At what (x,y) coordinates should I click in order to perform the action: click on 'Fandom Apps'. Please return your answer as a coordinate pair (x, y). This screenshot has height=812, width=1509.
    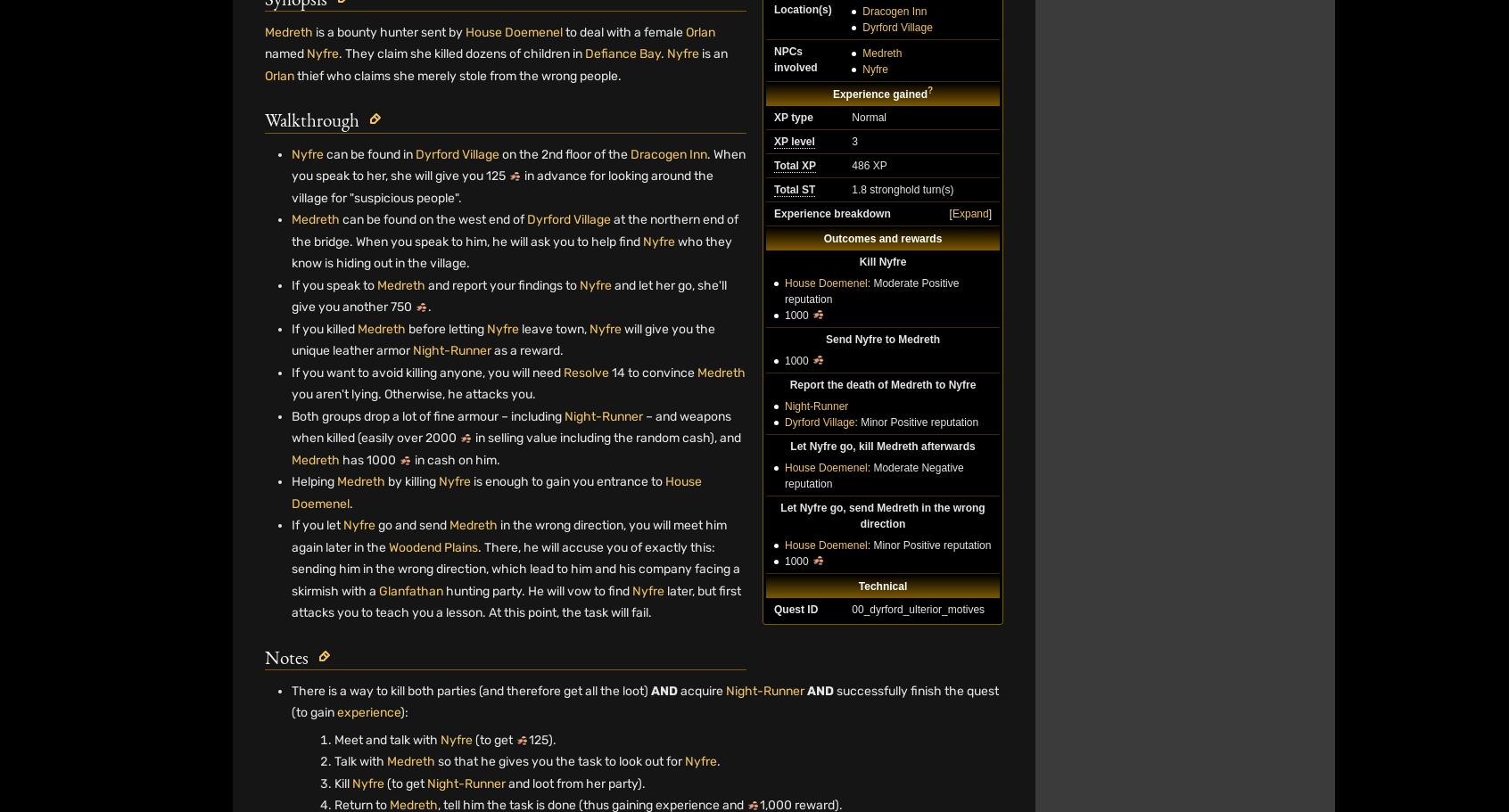
    Looking at the image, I should click on (1055, 742).